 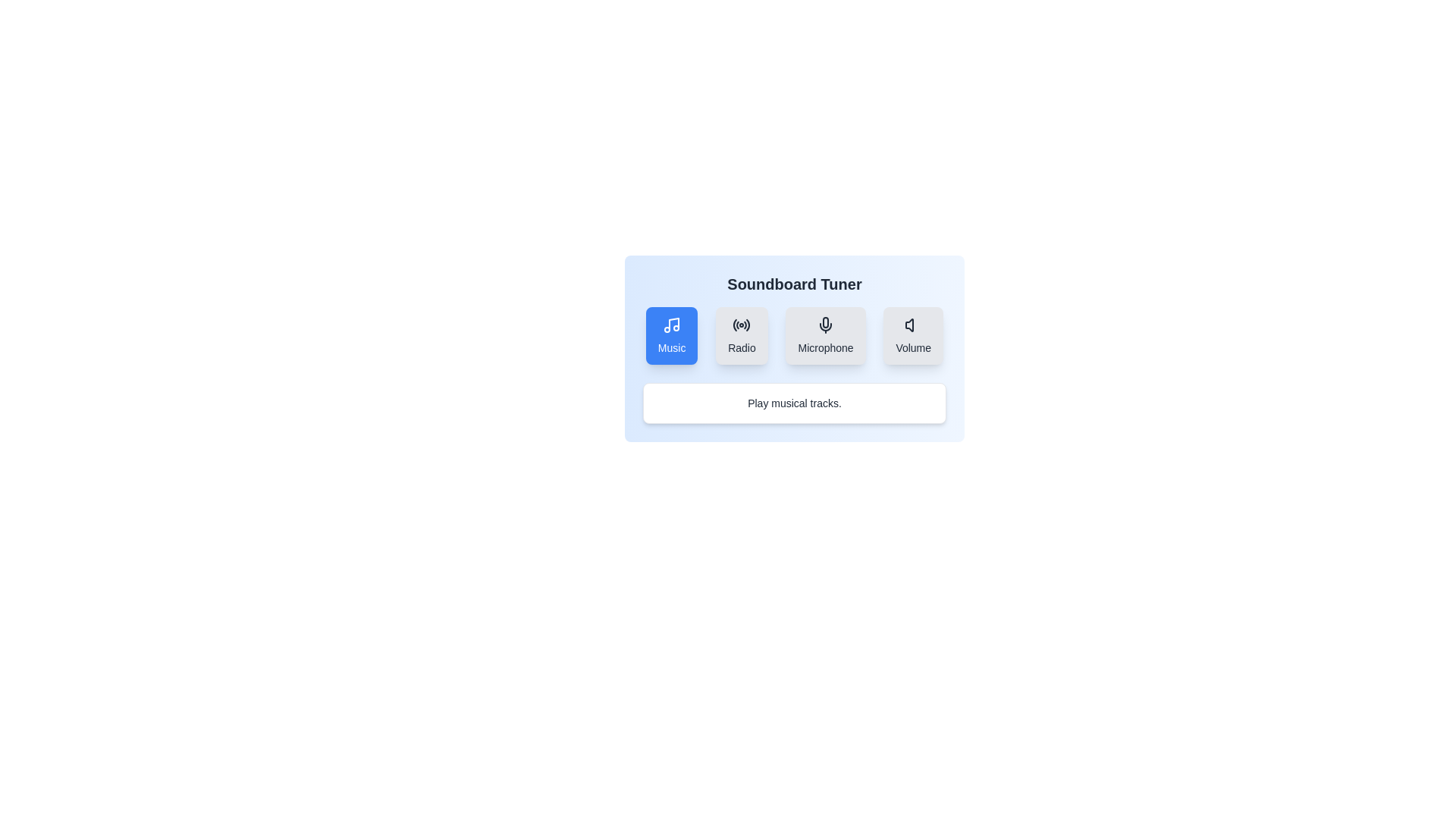 What do you see at coordinates (825, 335) in the screenshot?
I see `the Microphone option in the Soundboard Tuner menu` at bounding box center [825, 335].